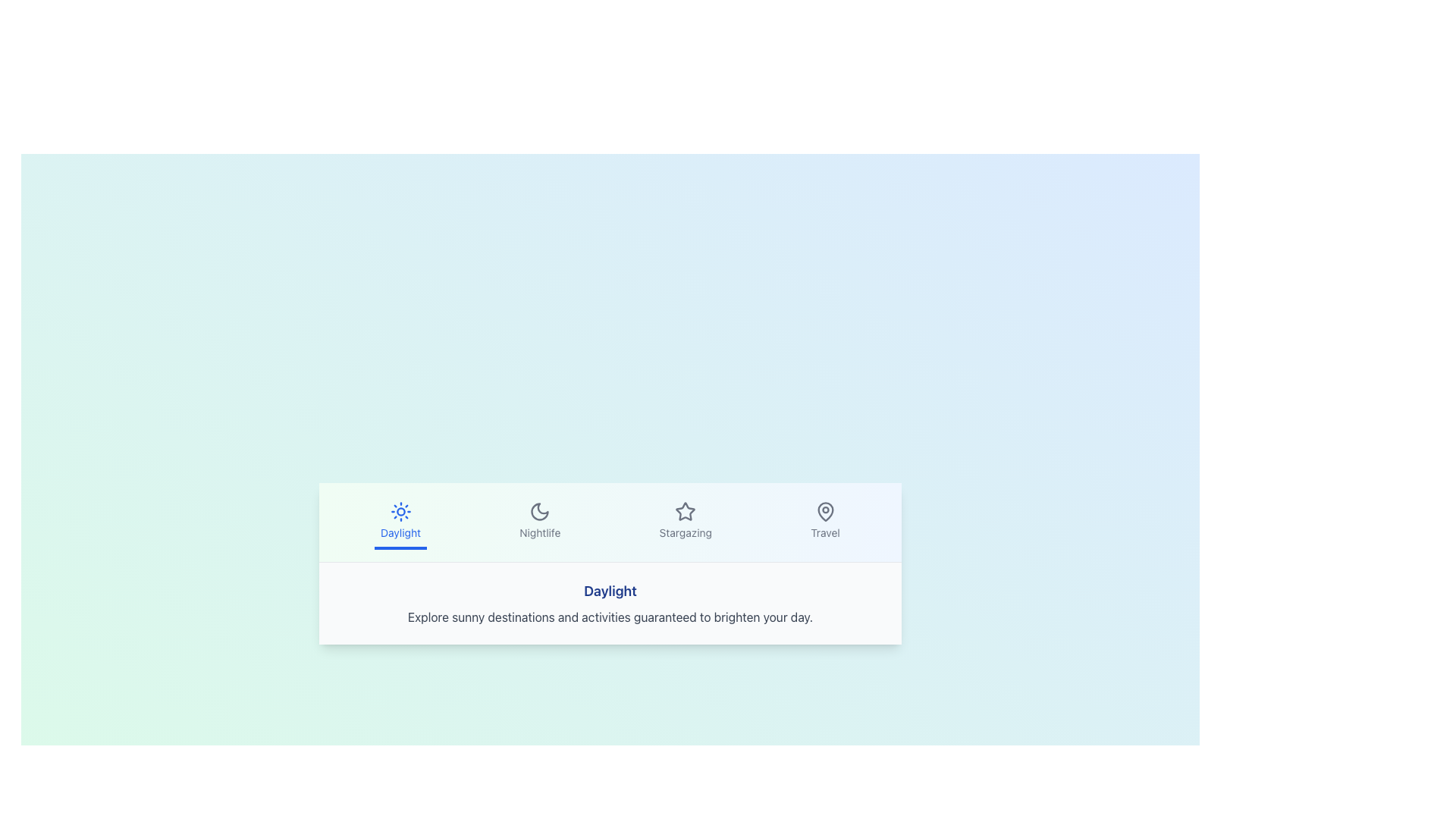  Describe the element at coordinates (539, 520) in the screenshot. I see `the second button in the sequence` at that location.